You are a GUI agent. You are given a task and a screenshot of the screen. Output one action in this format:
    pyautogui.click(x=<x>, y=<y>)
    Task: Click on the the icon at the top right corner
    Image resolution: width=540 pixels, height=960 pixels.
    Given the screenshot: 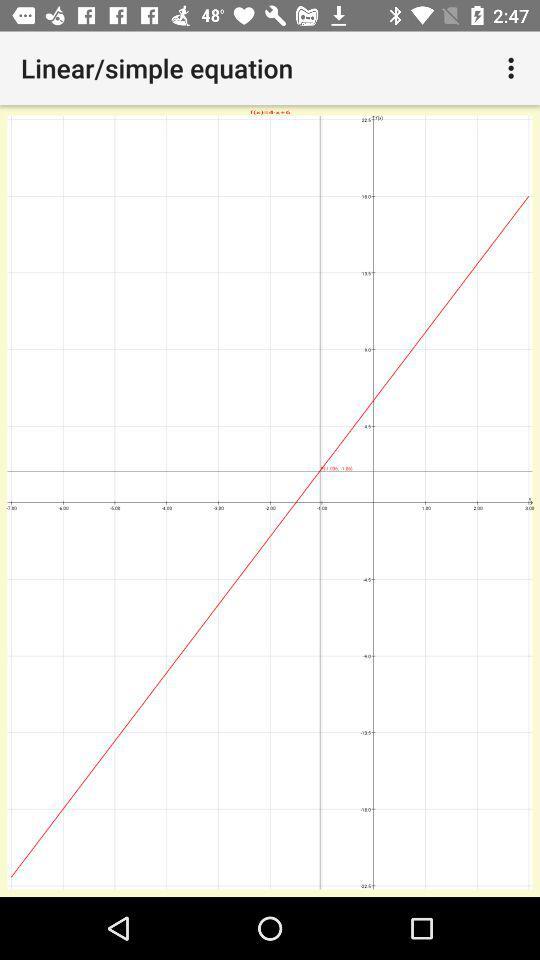 What is the action you would take?
    pyautogui.click(x=513, y=68)
    